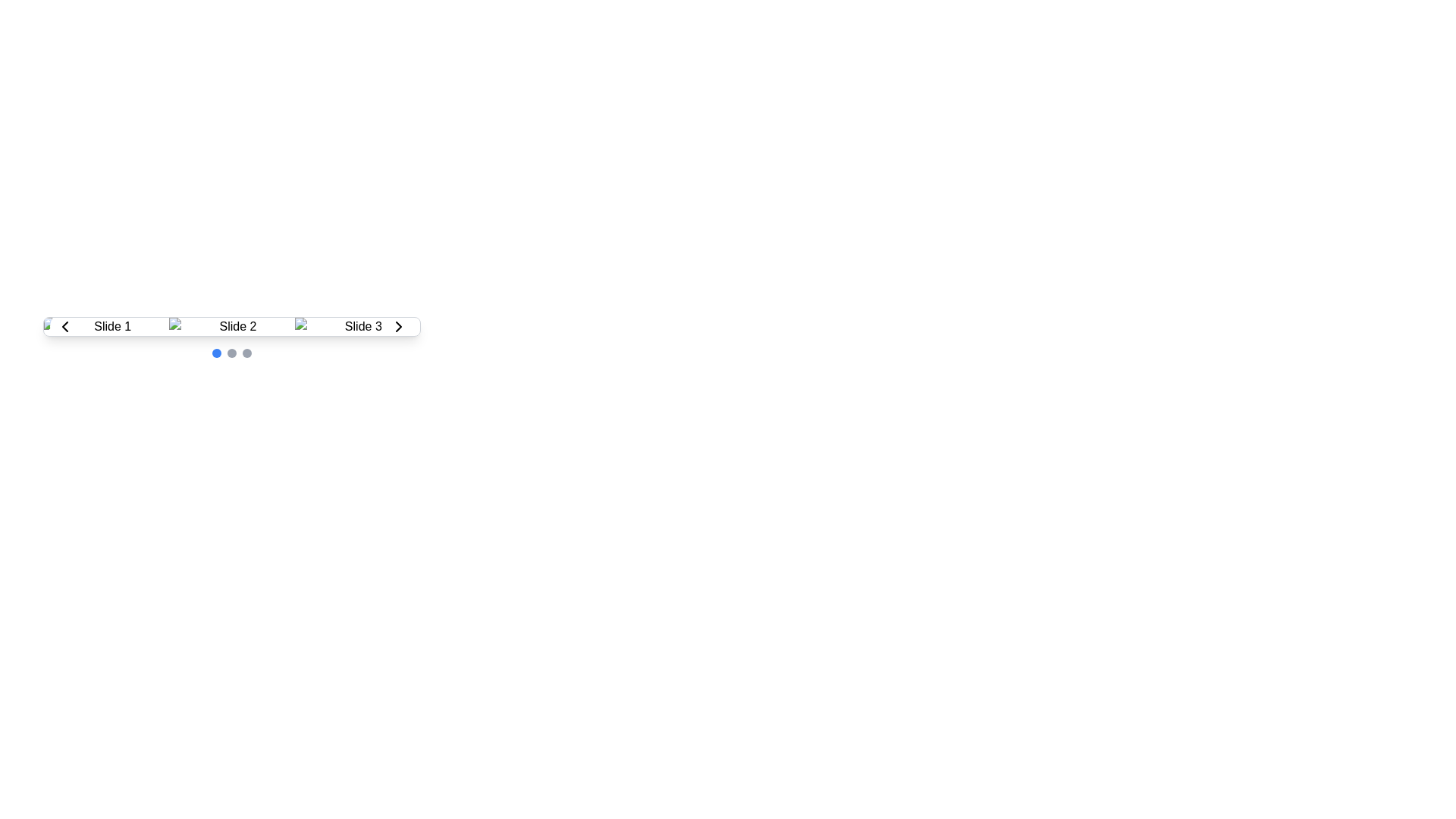  Describe the element at coordinates (399, 326) in the screenshot. I see `the right-facing chevron icon, which is an outline design on a circular white background, located at the far right of the horizontal navigation bar` at that location.